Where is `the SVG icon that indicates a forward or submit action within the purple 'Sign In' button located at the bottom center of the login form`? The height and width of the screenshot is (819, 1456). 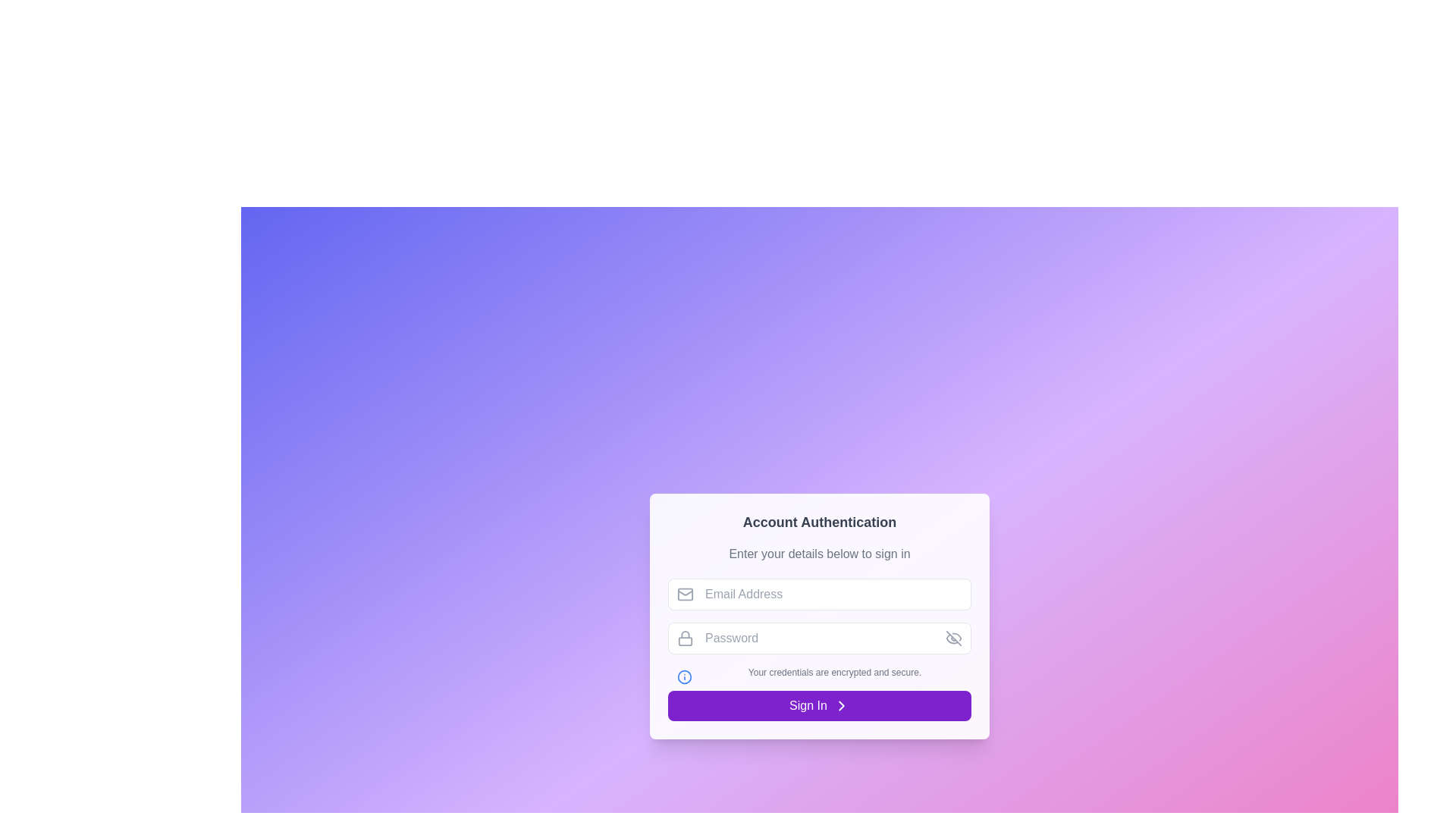
the SVG icon that indicates a forward or submit action within the purple 'Sign In' button located at the bottom center of the login form is located at coordinates (840, 705).